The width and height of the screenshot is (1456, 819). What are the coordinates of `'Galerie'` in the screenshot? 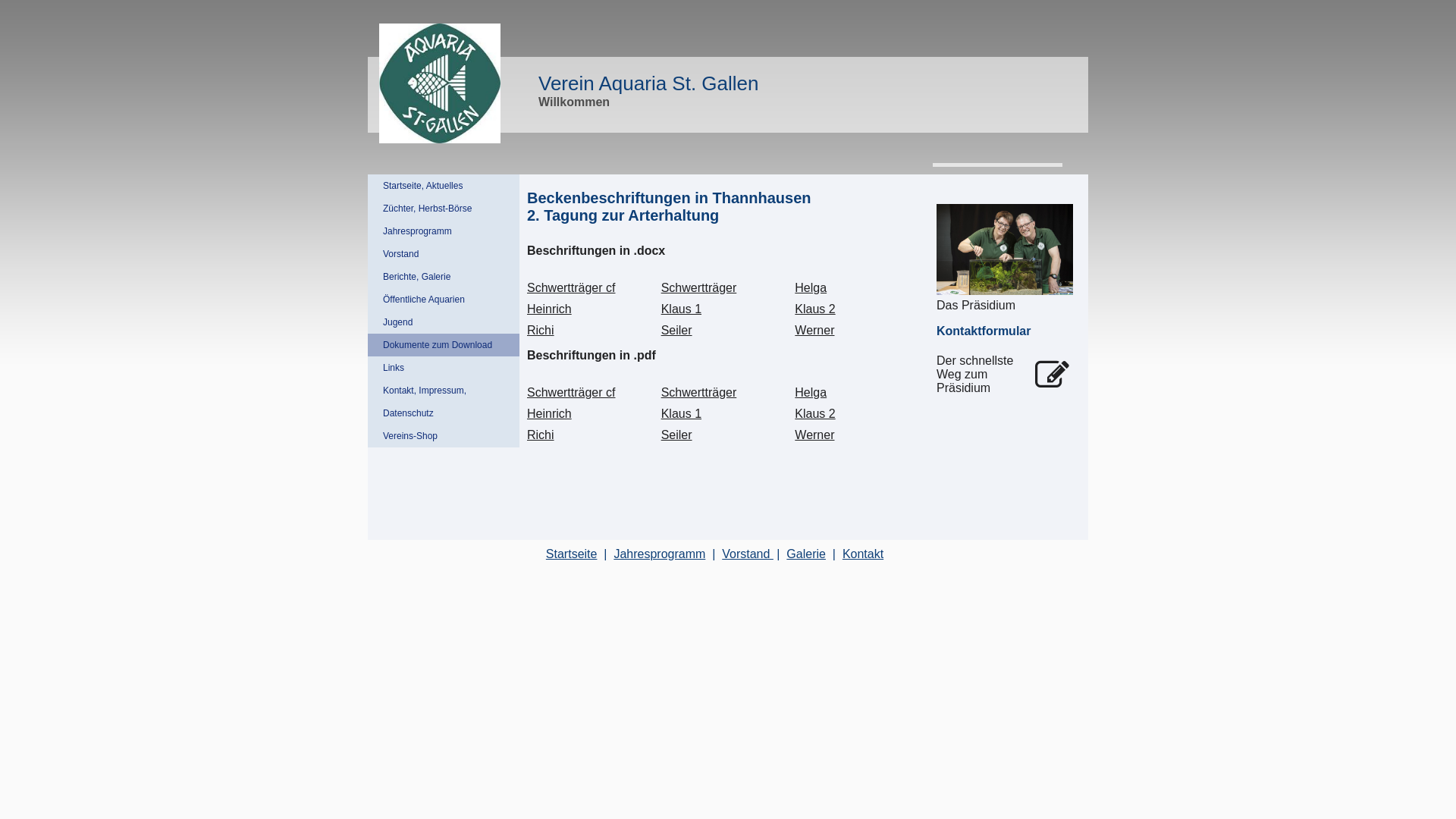 It's located at (805, 554).